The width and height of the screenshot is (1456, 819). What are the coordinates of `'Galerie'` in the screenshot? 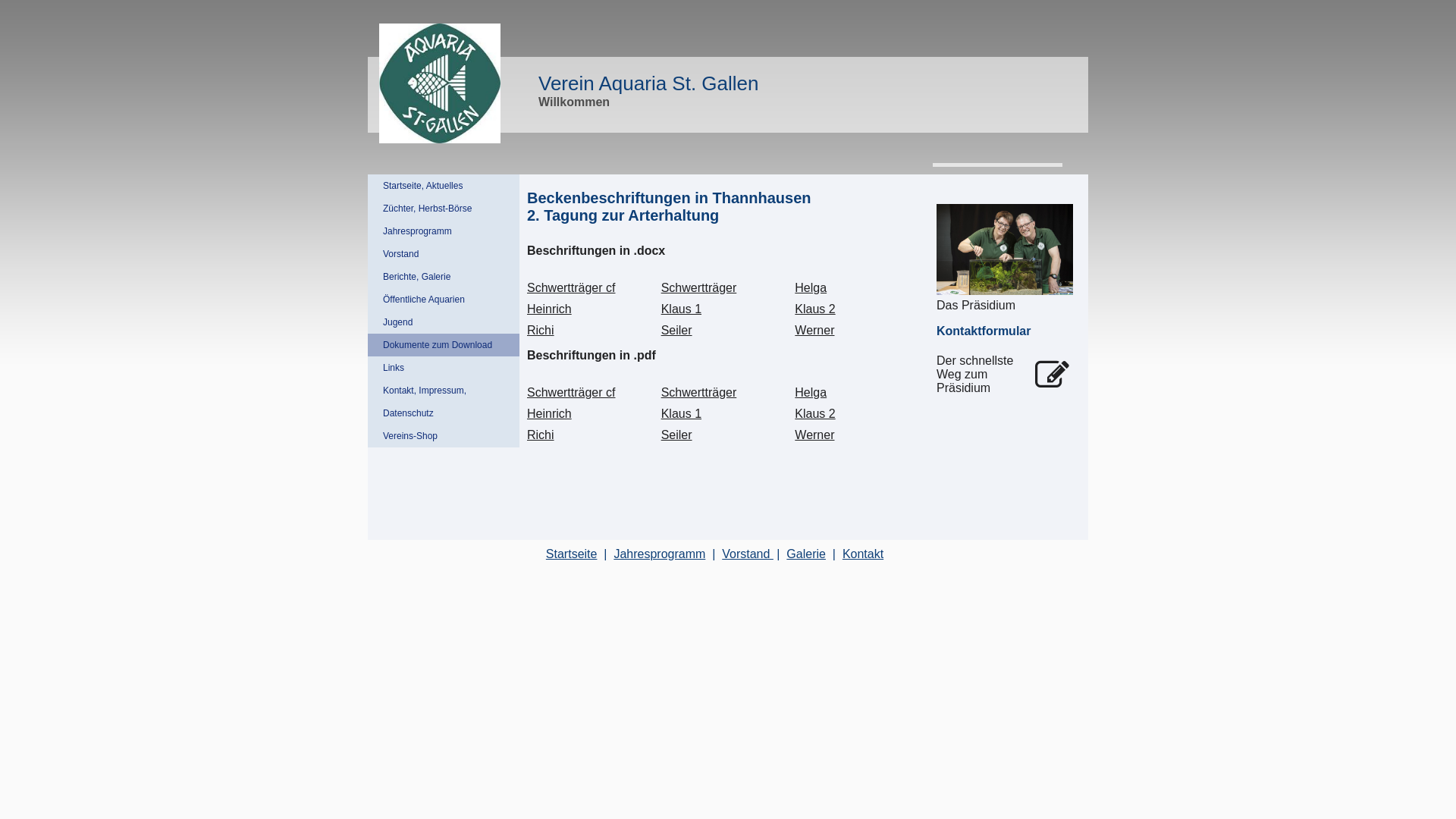 It's located at (805, 554).